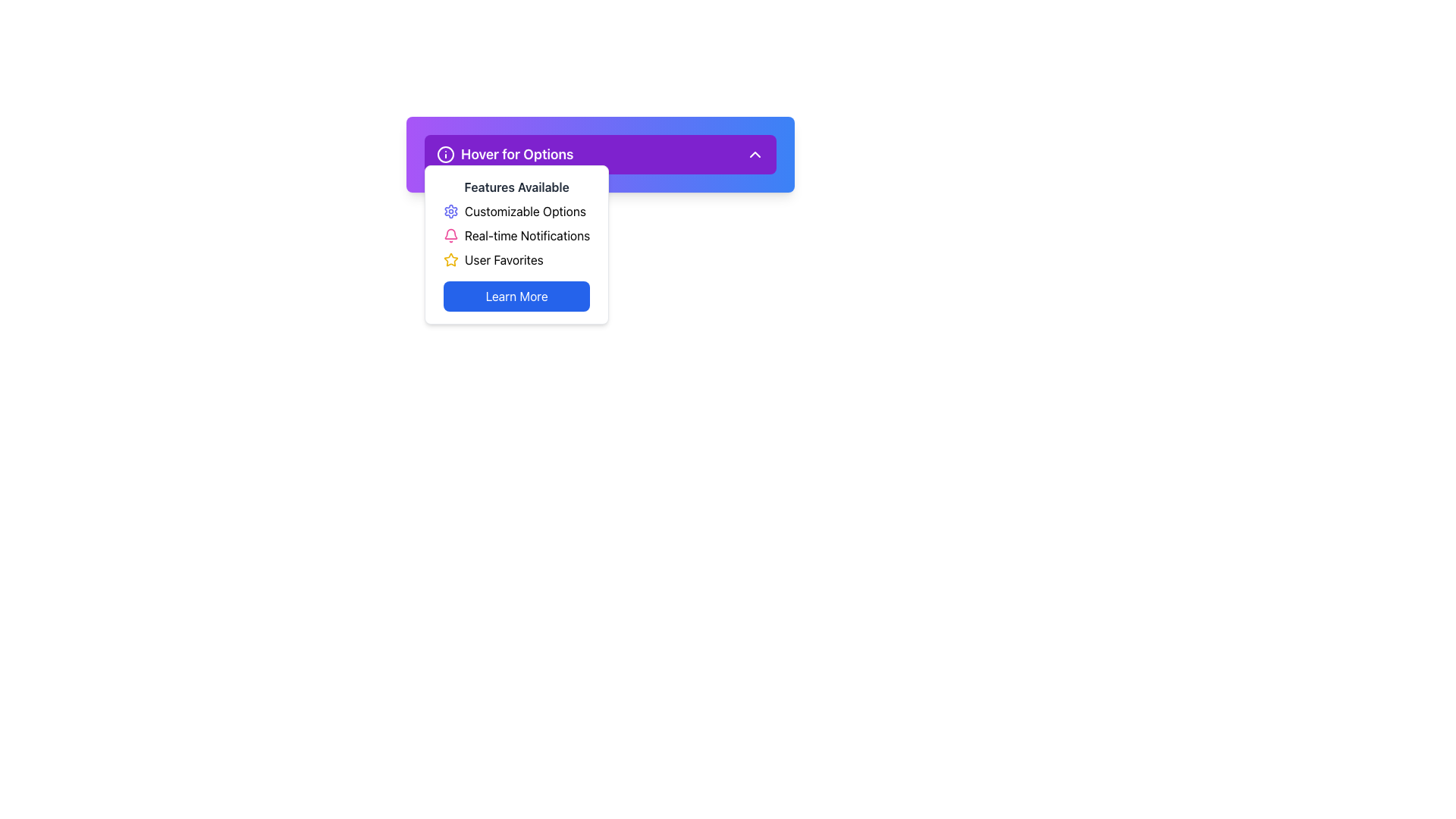 The width and height of the screenshot is (1456, 819). I want to click on the interactive dropdown indicator icon located at the far right end of the 'Hover for Options' purple button, so click(755, 155).